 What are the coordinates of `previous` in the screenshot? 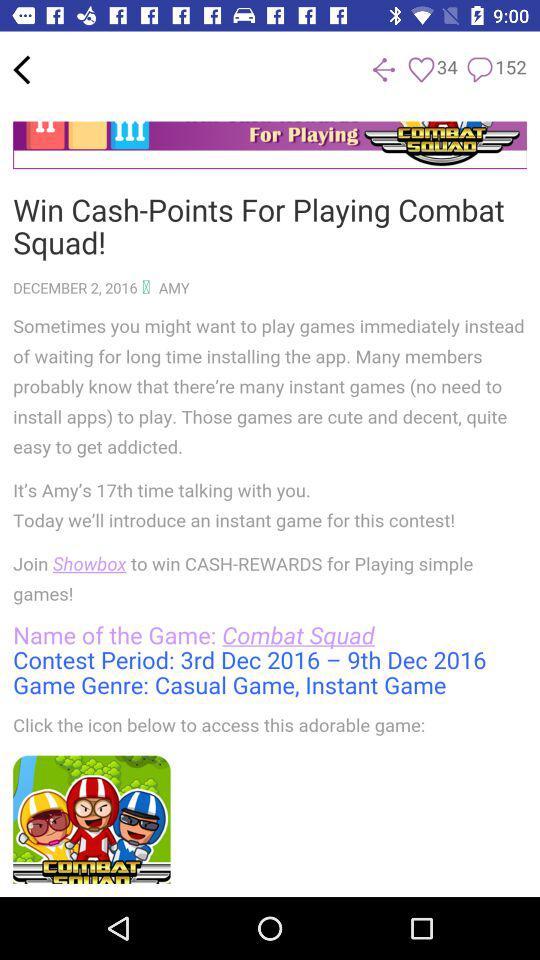 It's located at (20, 69).